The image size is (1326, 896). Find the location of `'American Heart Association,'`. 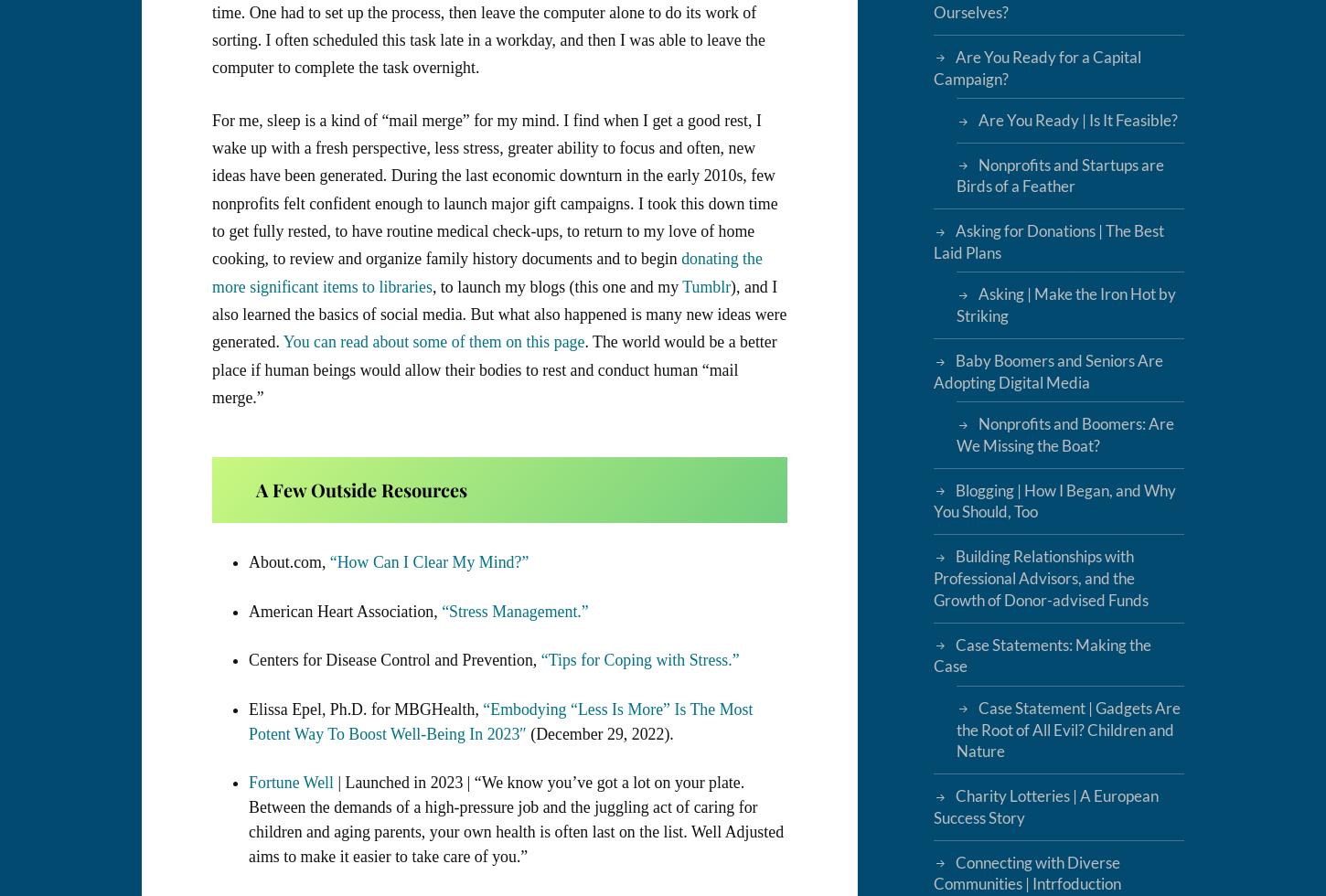

'American Heart Association,' is located at coordinates (249, 610).